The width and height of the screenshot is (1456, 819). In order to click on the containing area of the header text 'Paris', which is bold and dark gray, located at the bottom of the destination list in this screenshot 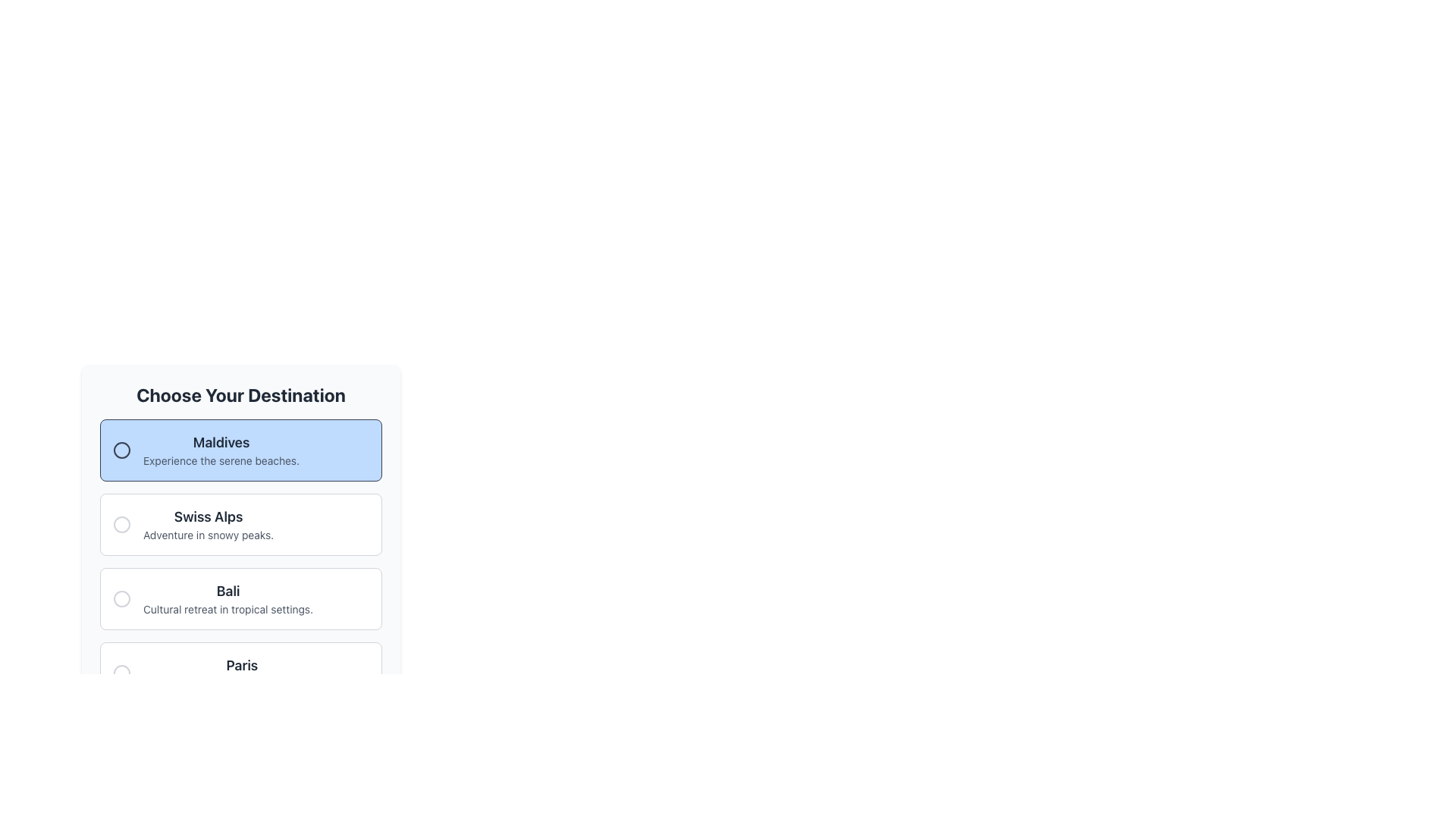, I will do `click(241, 665)`.